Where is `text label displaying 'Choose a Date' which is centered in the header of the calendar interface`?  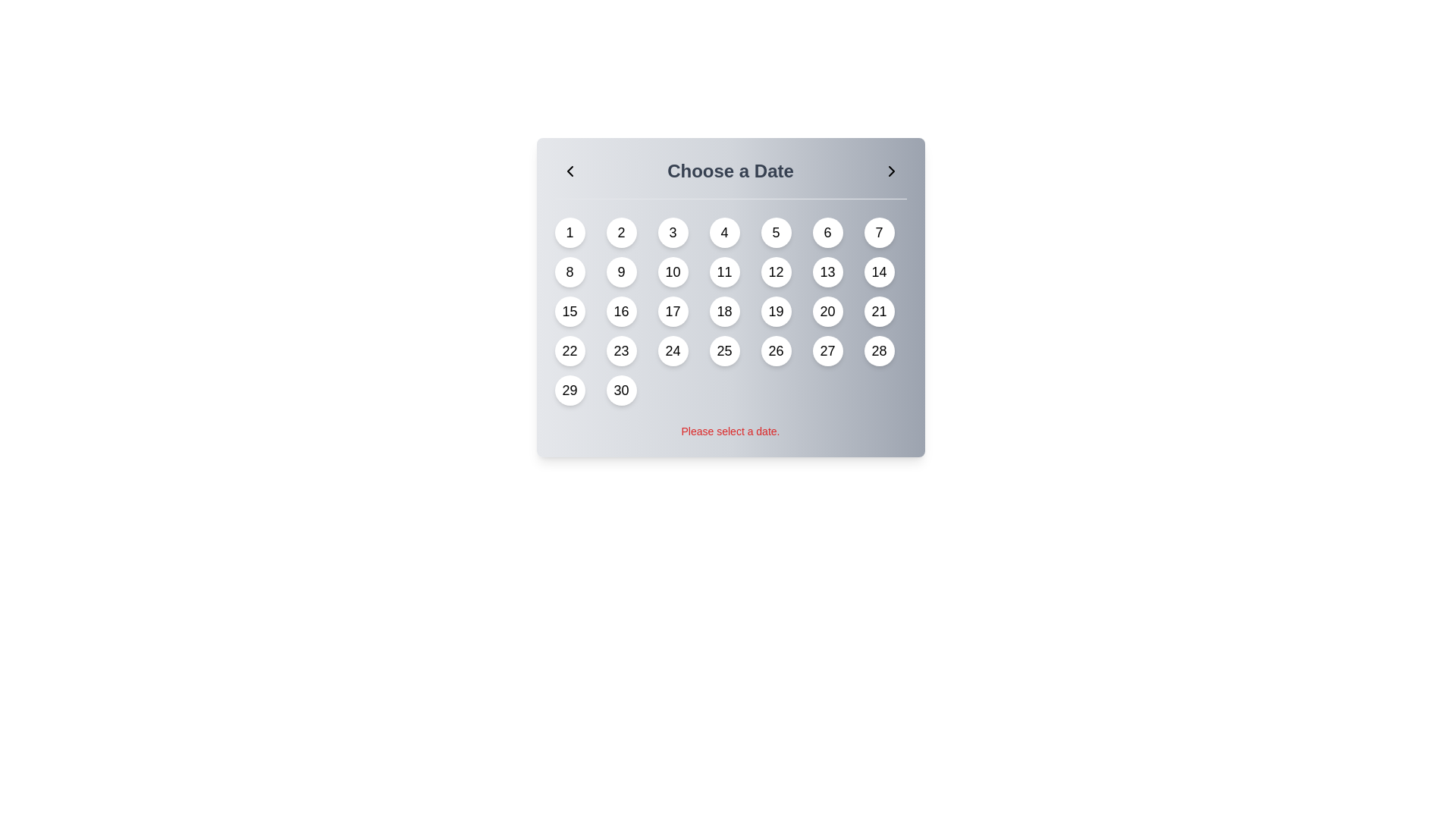
text label displaying 'Choose a Date' which is centered in the header of the calendar interface is located at coordinates (730, 171).